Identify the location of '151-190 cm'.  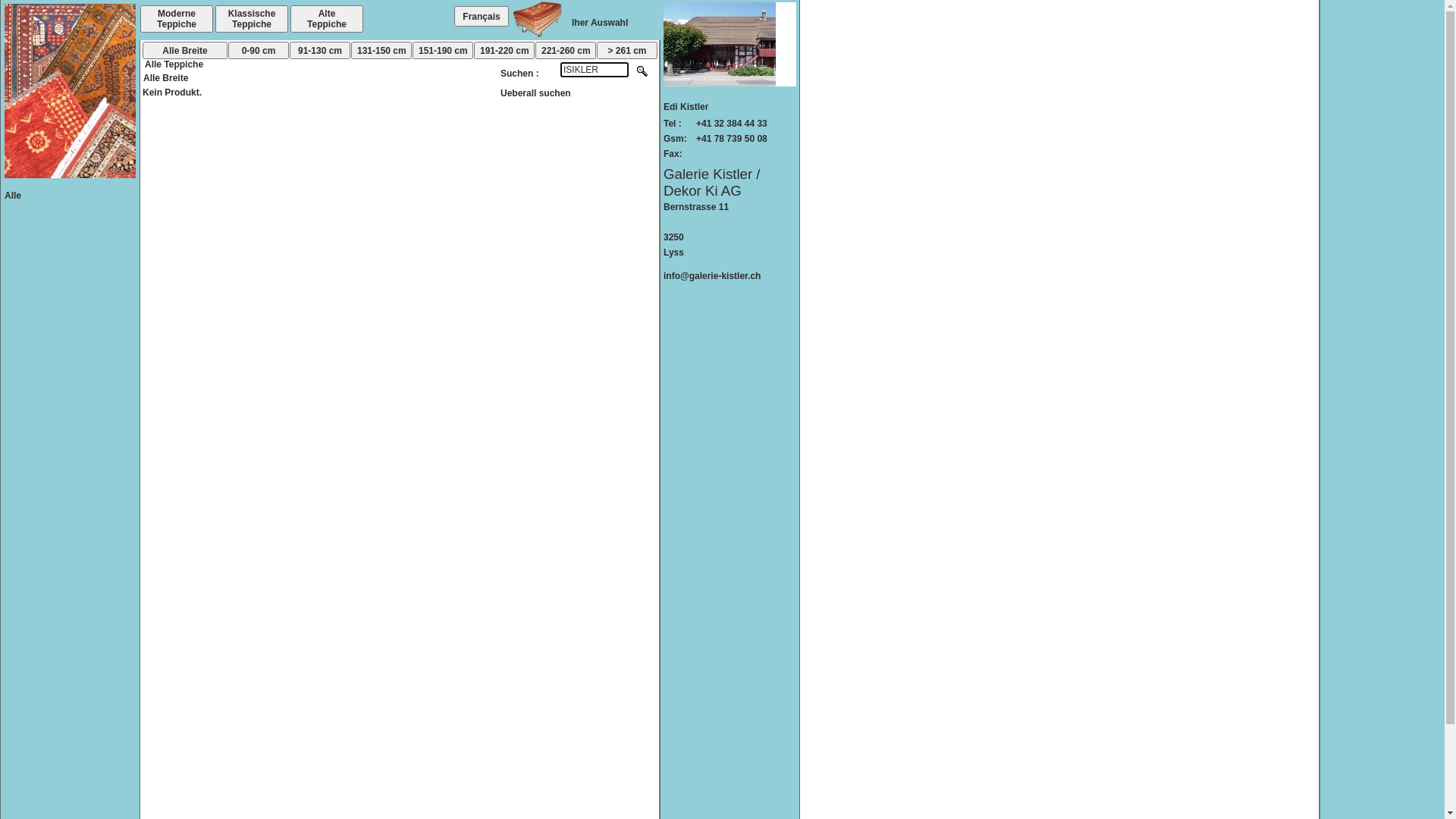
(442, 49).